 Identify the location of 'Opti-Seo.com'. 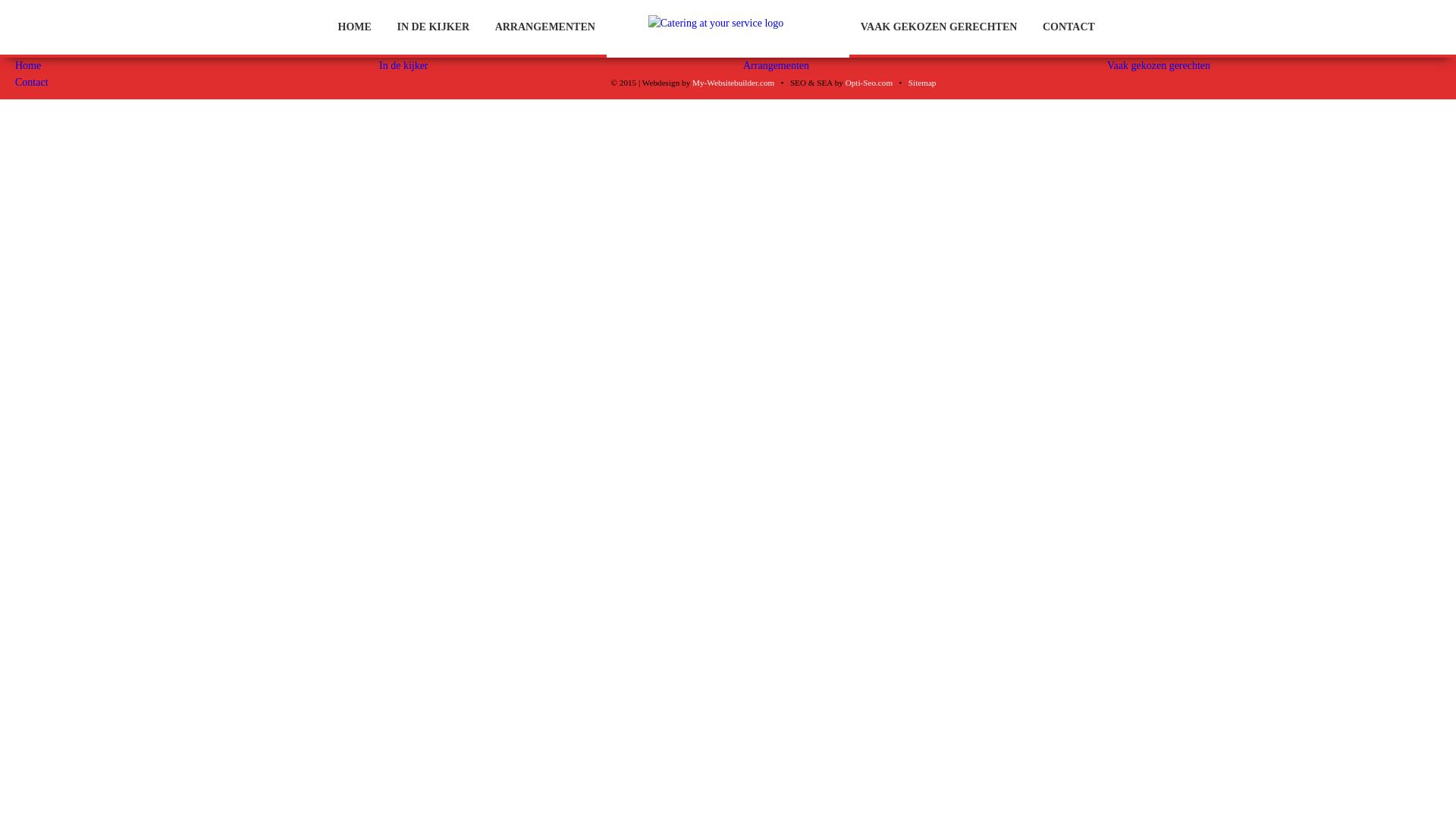
(844, 82).